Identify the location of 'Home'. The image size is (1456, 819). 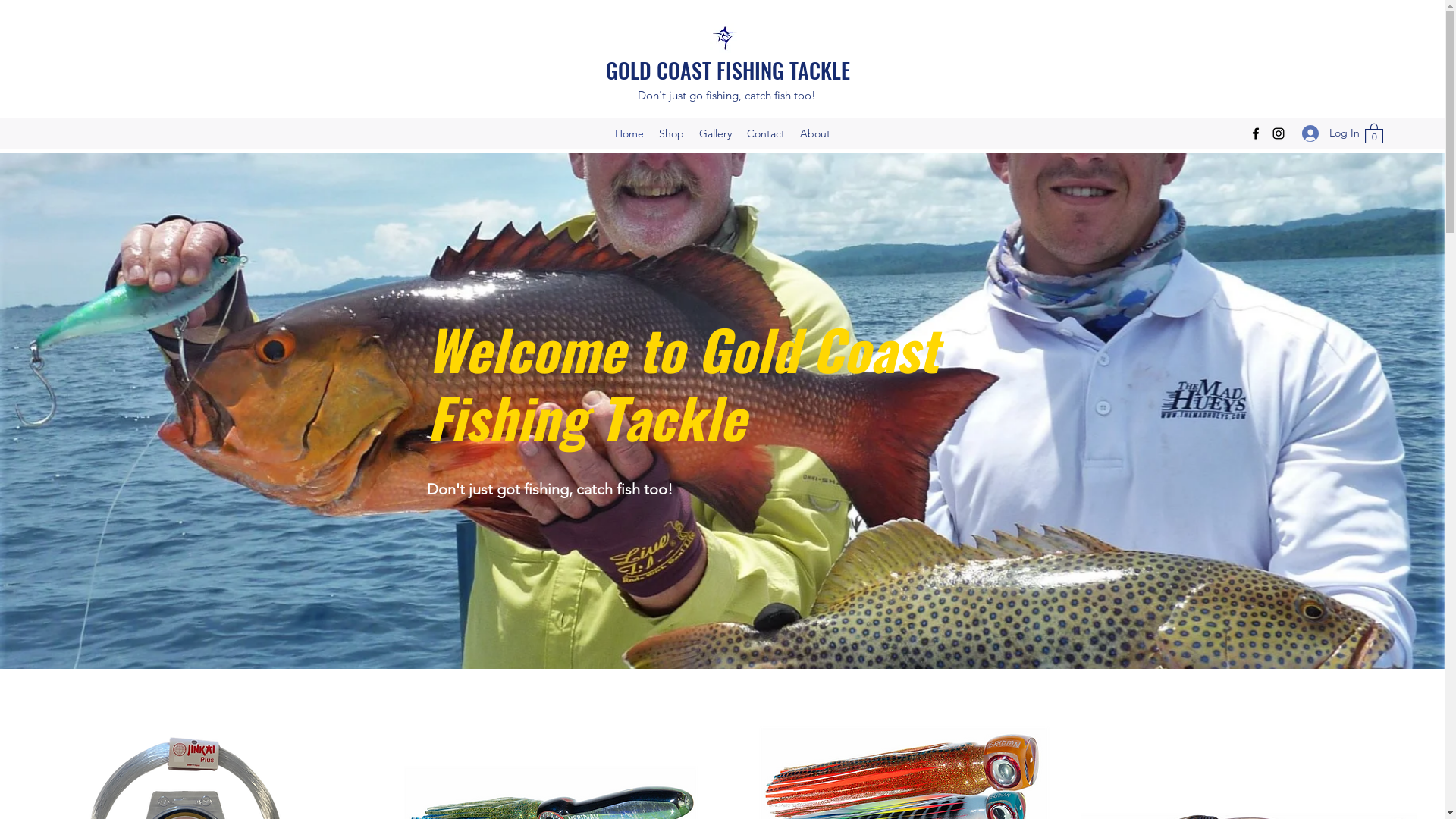
(629, 133).